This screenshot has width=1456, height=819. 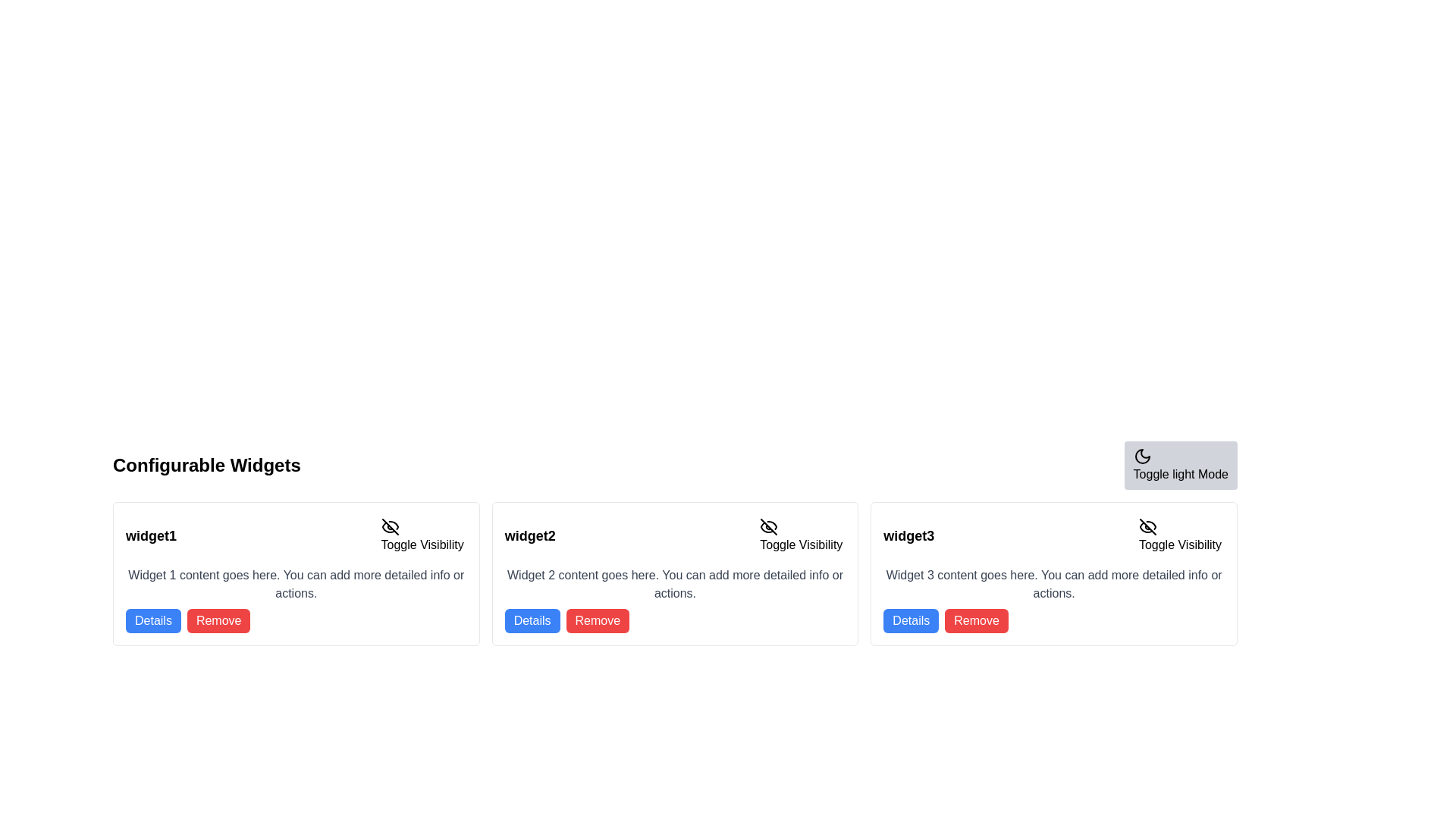 I want to click on the 'Remove' button, which is styled in red with white text, located in the dual-button group under 'widget3' to initiate a delete action, so click(x=1053, y=620).